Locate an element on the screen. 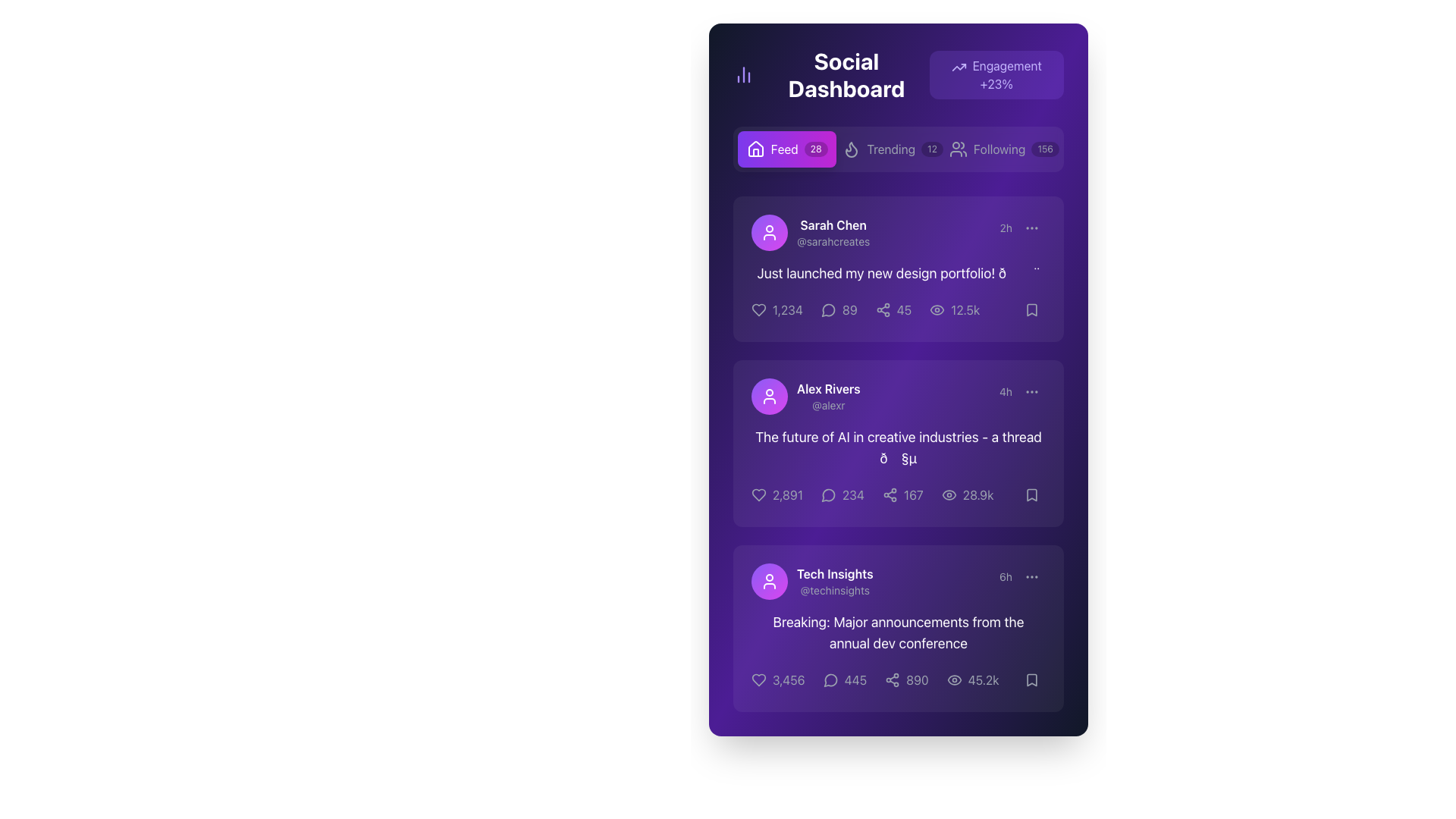 The image size is (1456, 819). the Text label displaying the number of views for the second post in the feed, located in the bottom right corner of the post's metrics section is located at coordinates (978, 494).